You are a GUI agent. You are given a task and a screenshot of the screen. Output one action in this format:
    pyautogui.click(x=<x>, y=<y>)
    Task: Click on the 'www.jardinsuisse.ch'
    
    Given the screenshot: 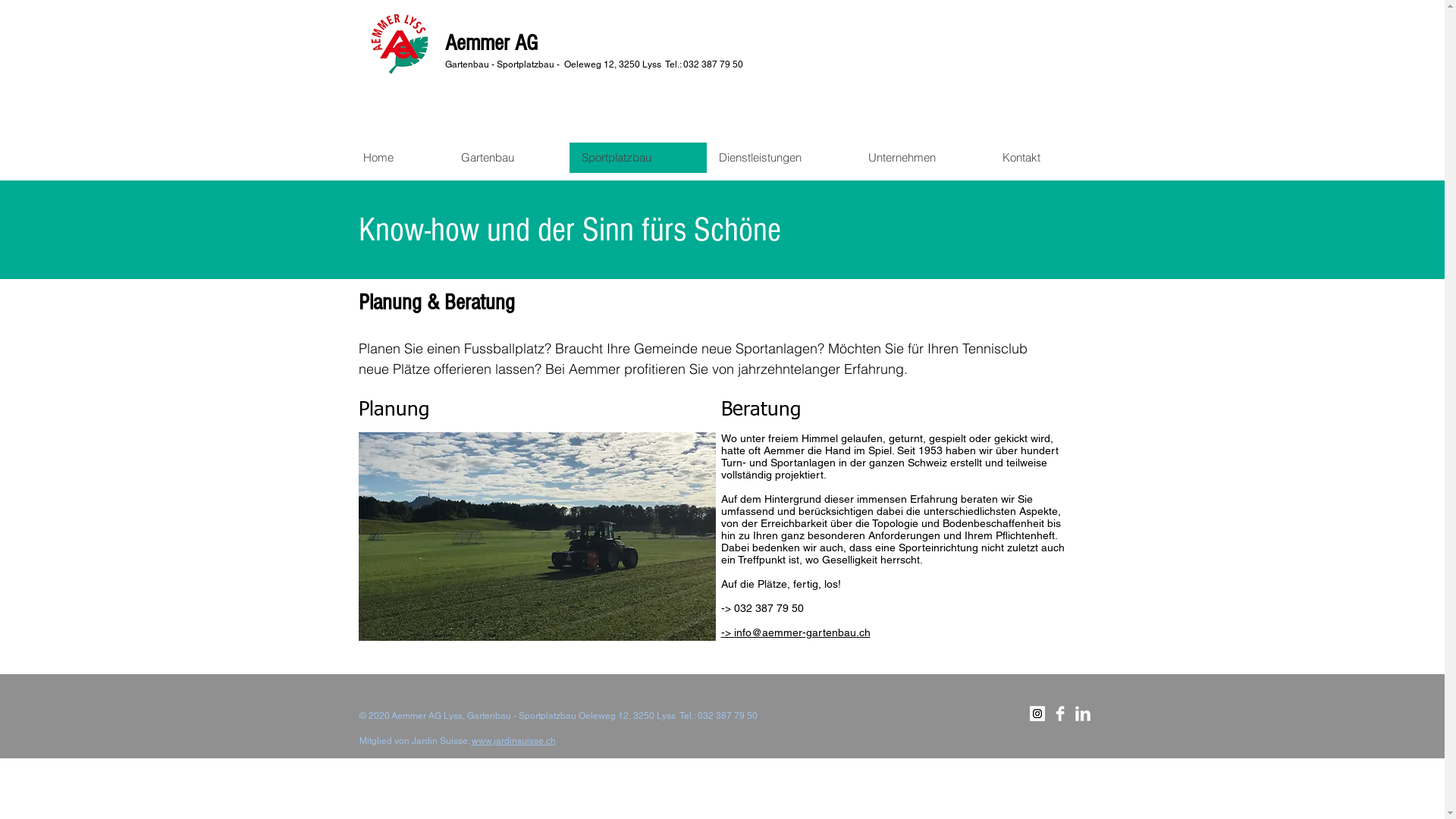 What is the action you would take?
    pyautogui.click(x=513, y=739)
    